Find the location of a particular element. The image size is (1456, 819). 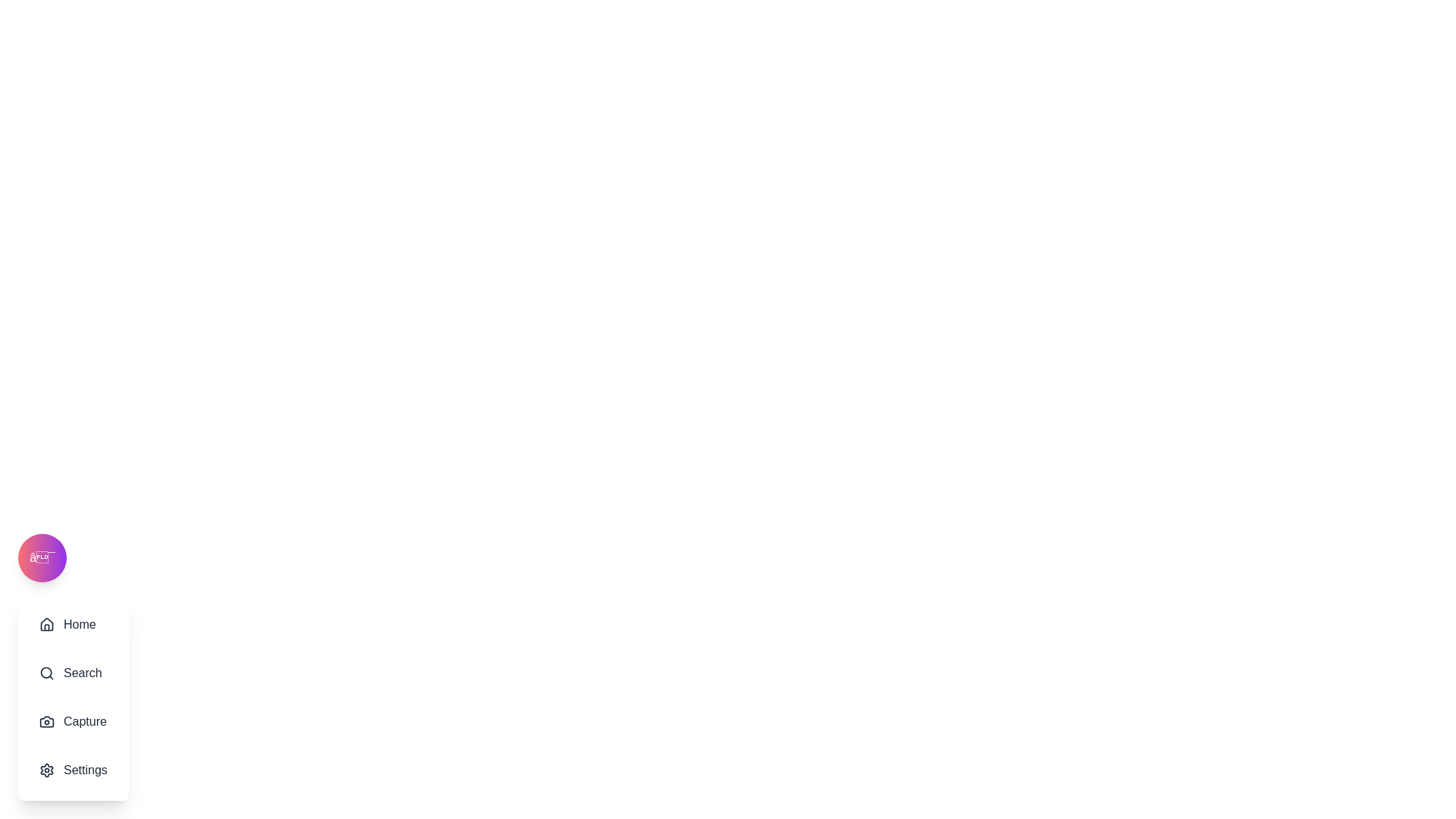

the menu item Search to reveal its hover effect is located at coordinates (72, 672).